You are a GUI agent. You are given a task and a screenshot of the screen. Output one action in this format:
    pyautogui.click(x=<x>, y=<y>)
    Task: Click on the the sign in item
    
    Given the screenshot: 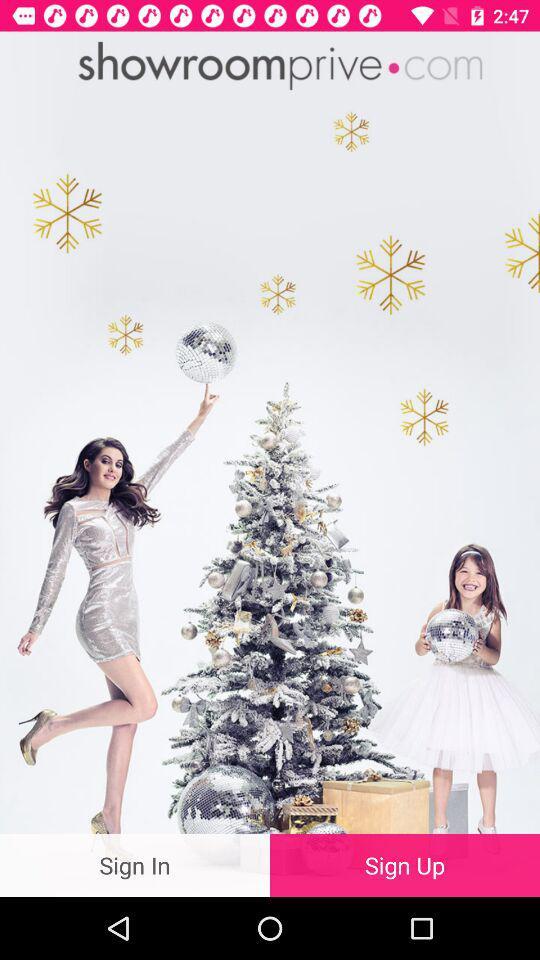 What is the action you would take?
    pyautogui.click(x=135, y=864)
    